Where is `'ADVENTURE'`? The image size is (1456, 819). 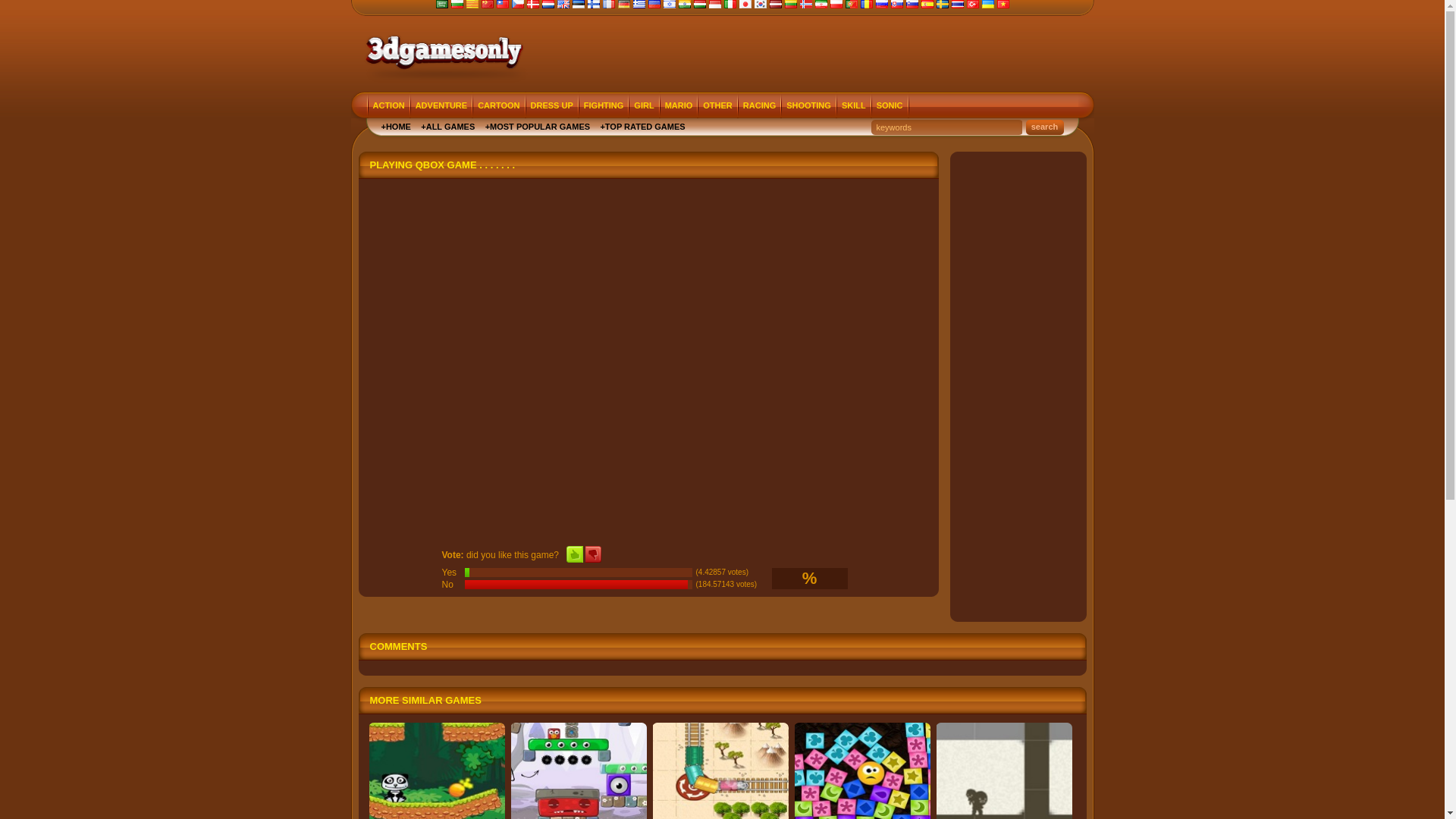 'ADVENTURE' is located at coordinates (440, 105).